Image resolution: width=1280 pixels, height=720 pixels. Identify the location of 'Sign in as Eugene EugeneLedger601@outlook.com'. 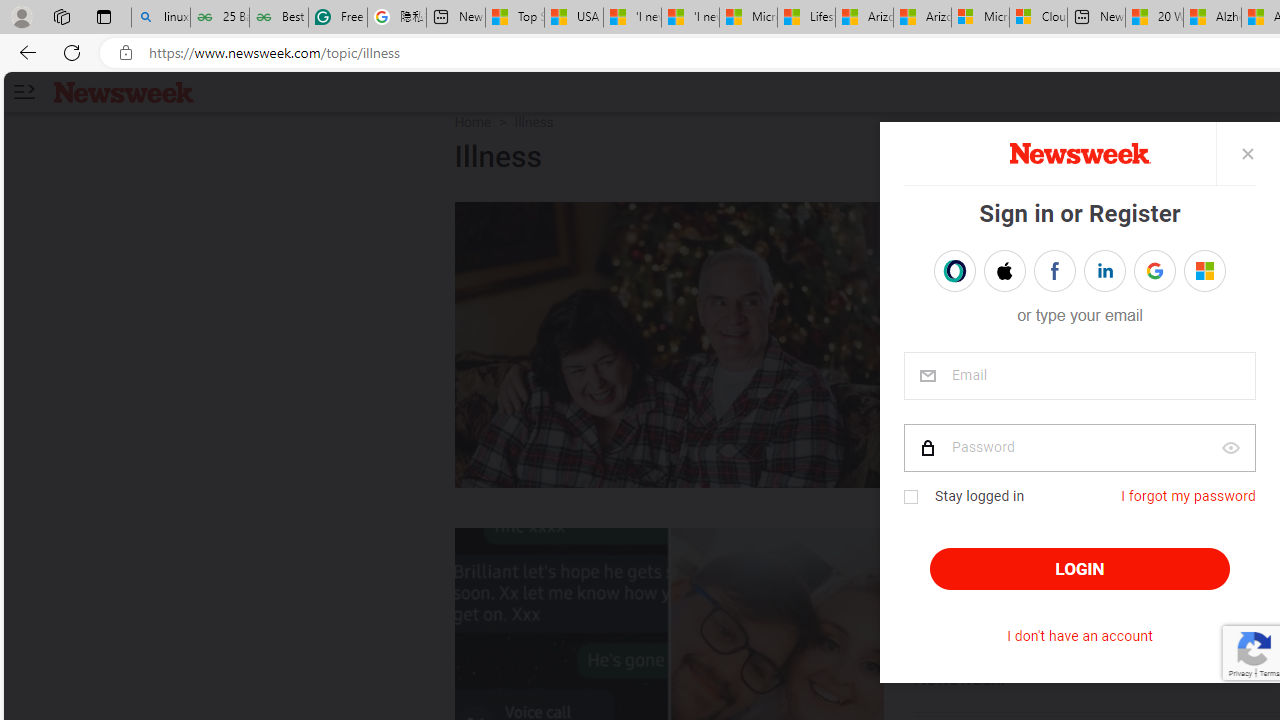
(1203, 271).